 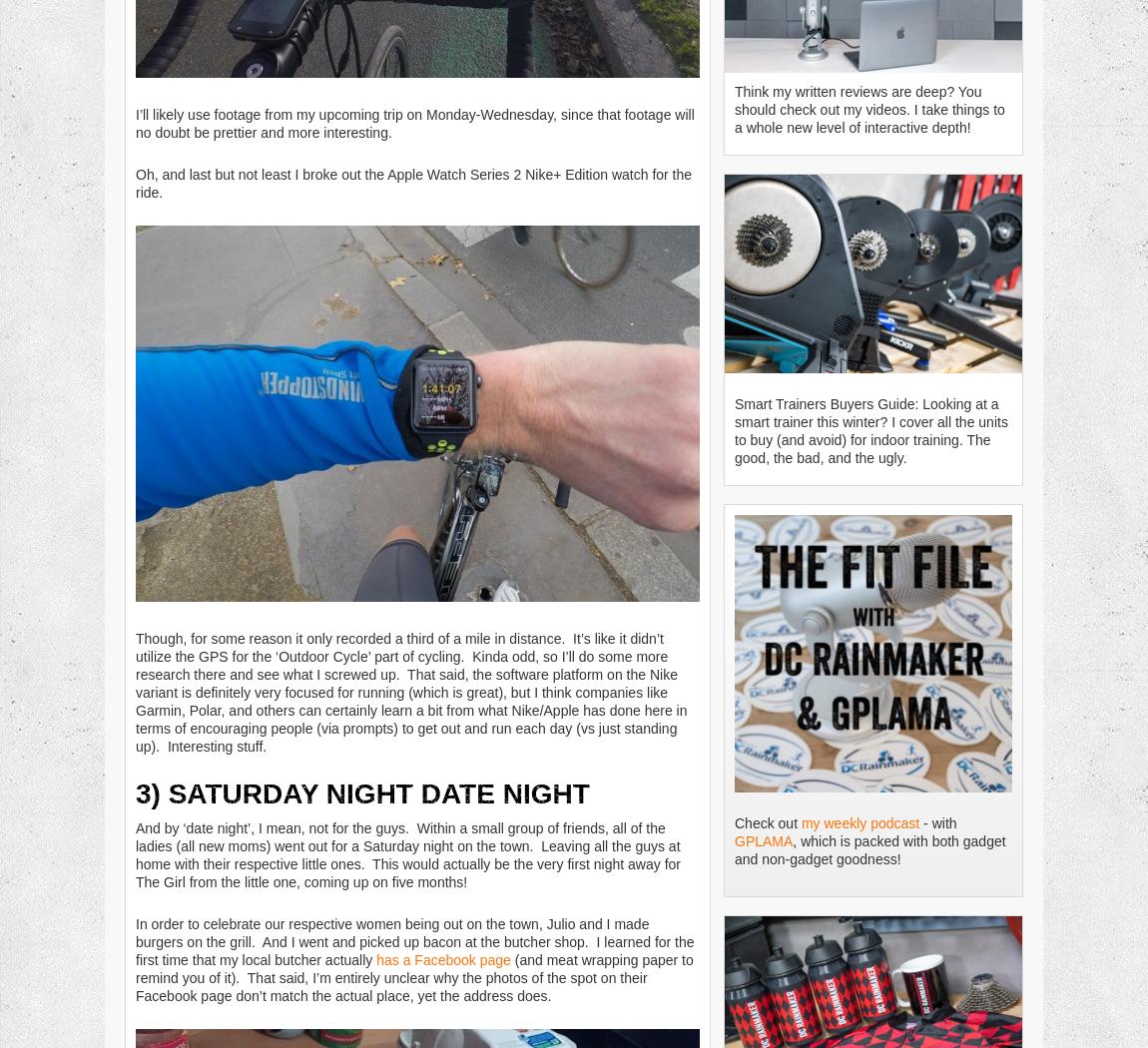 What do you see at coordinates (443, 957) in the screenshot?
I see `'has a Facebook page'` at bounding box center [443, 957].